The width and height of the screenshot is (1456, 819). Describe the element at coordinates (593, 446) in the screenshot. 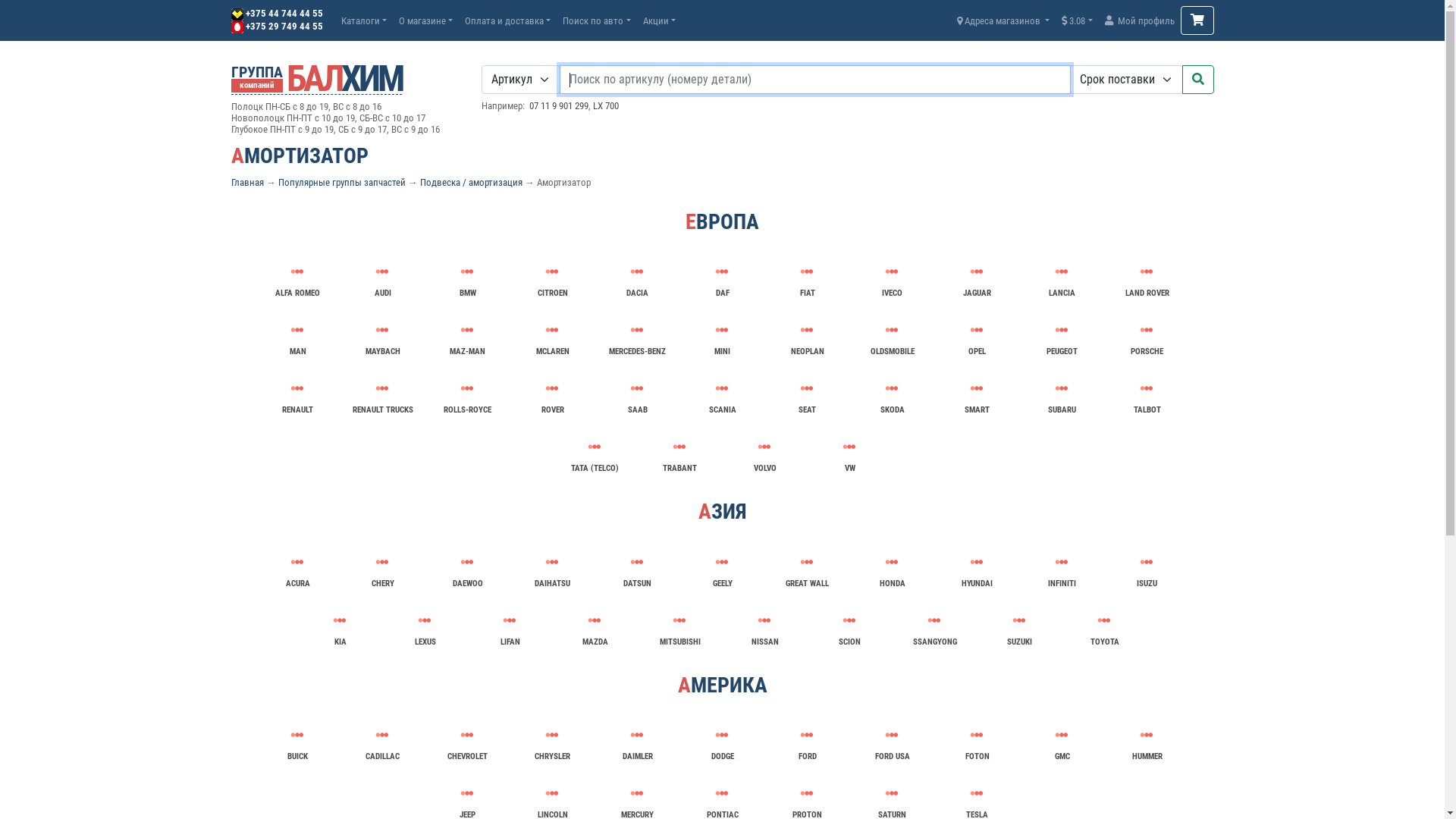

I see `'TATA (TELCO)'` at that location.